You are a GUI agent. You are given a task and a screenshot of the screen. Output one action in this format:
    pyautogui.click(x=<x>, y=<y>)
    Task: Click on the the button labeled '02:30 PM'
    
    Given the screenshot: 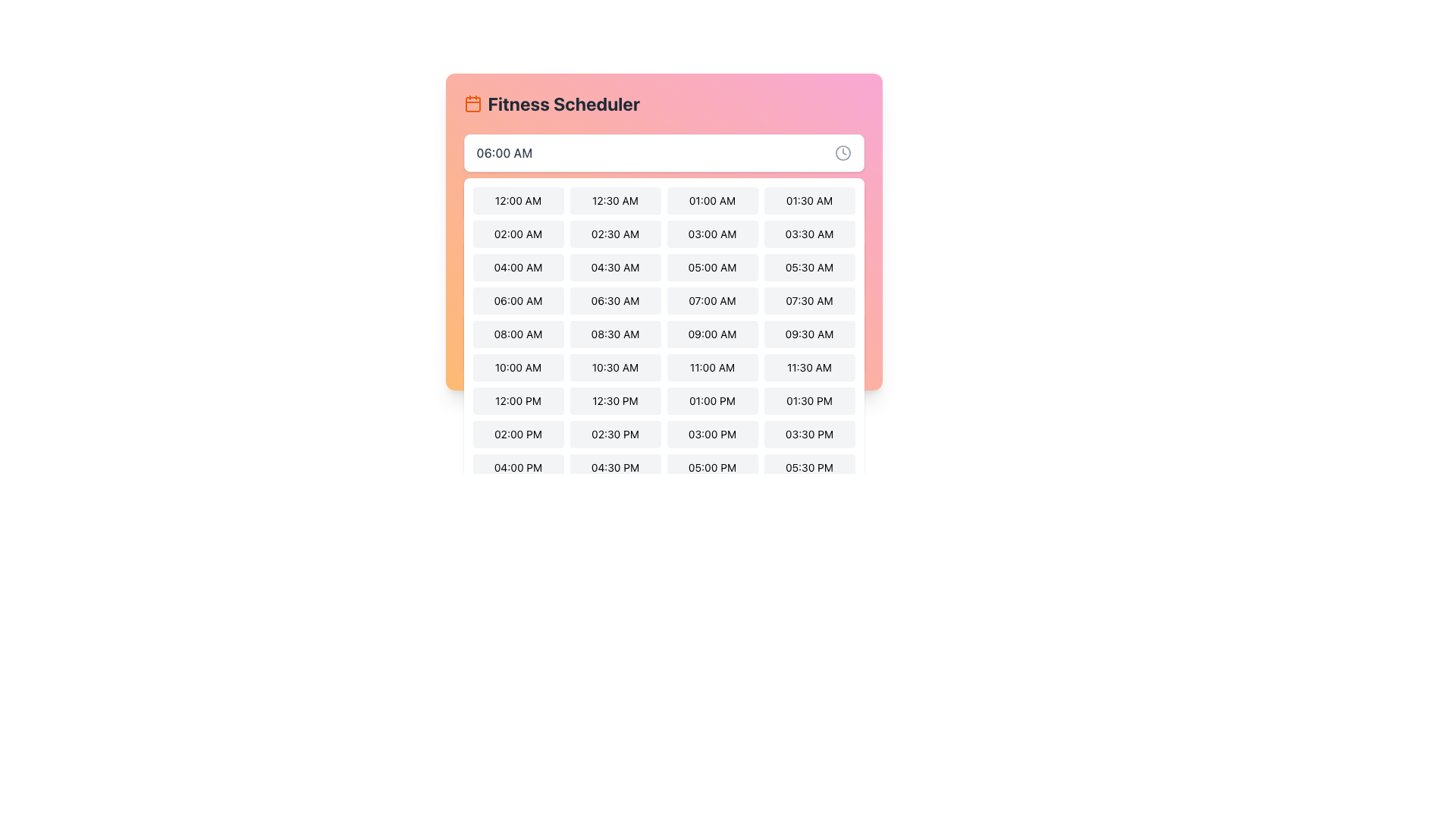 What is the action you would take?
    pyautogui.click(x=615, y=435)
    